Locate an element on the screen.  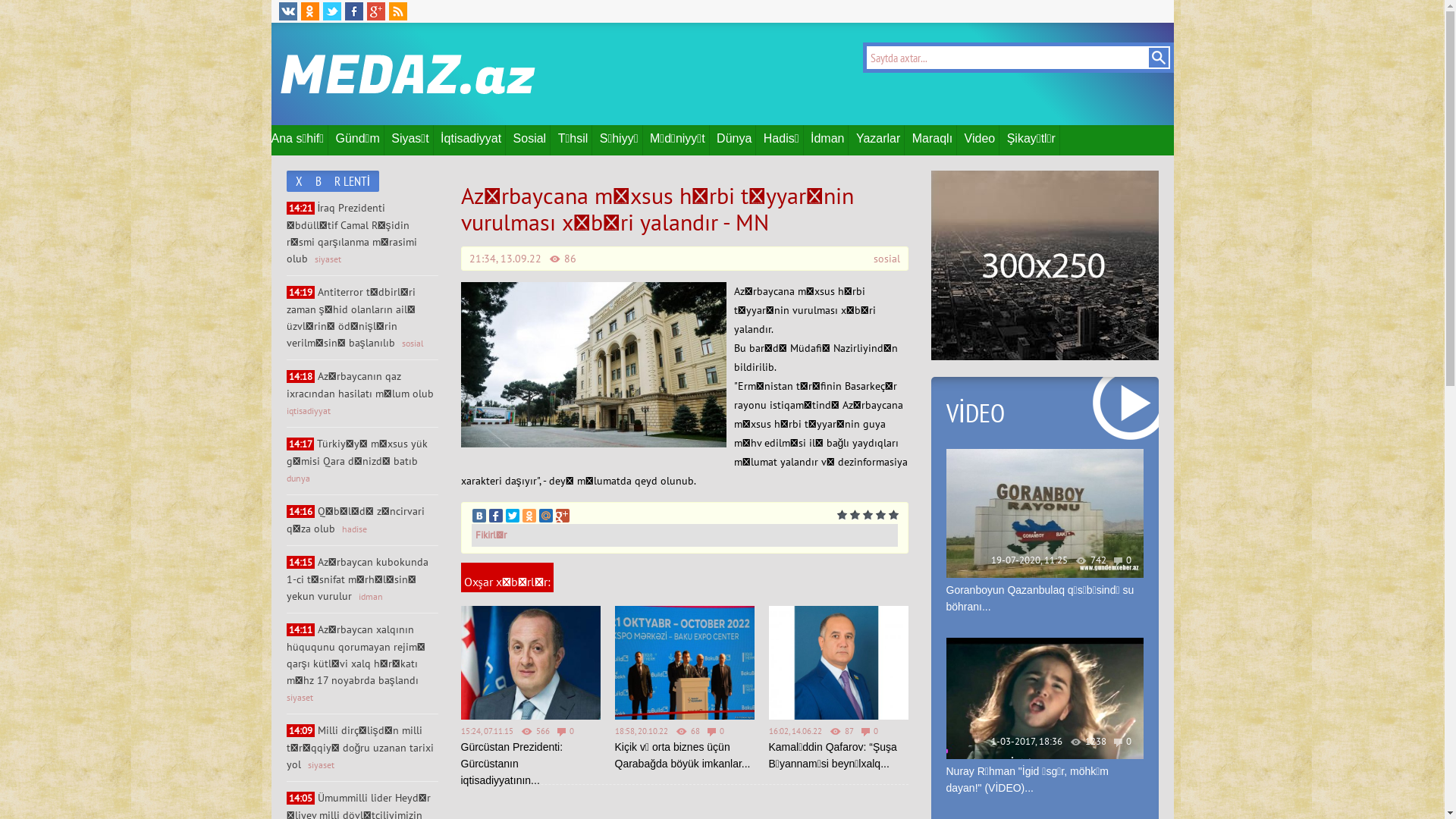
'iqtisadiyyat' is located at coordinates (287, 410).